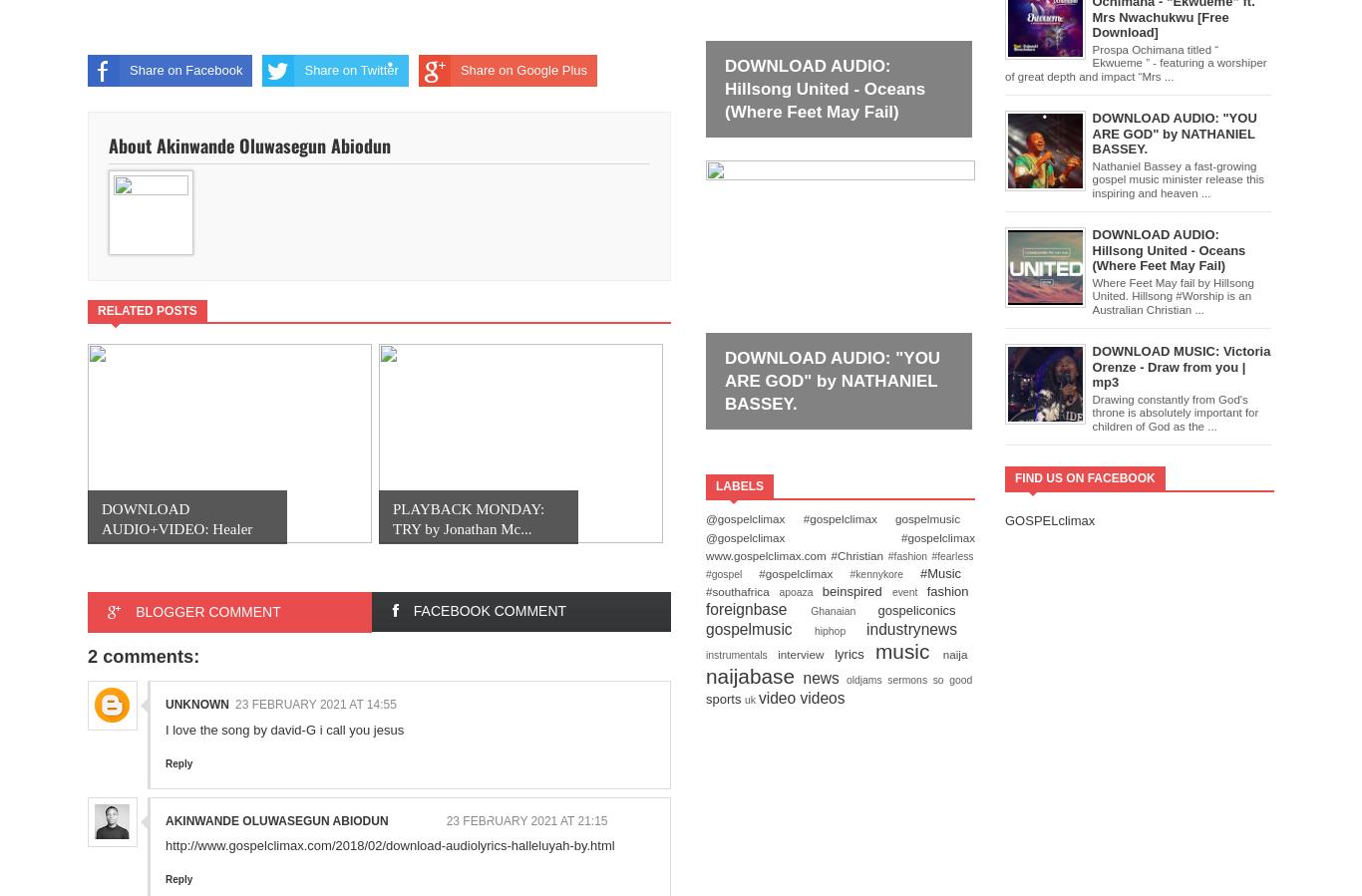 The height and width of the screenshot is (896, 1362). I want to click on 'music', so click(908, 649).